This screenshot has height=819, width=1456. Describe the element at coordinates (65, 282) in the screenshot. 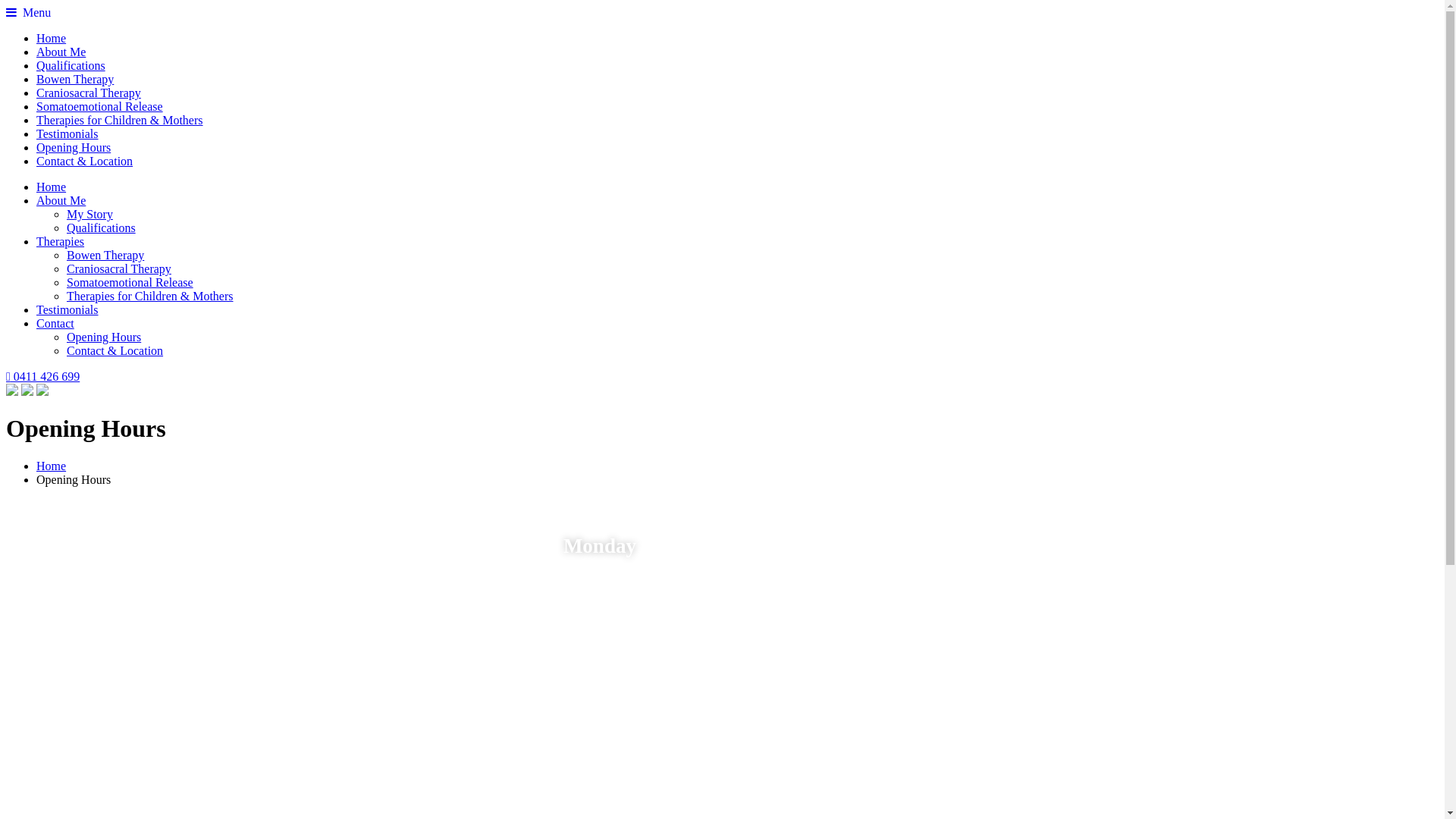

I see `'Somatoemotional Release'` at that location.